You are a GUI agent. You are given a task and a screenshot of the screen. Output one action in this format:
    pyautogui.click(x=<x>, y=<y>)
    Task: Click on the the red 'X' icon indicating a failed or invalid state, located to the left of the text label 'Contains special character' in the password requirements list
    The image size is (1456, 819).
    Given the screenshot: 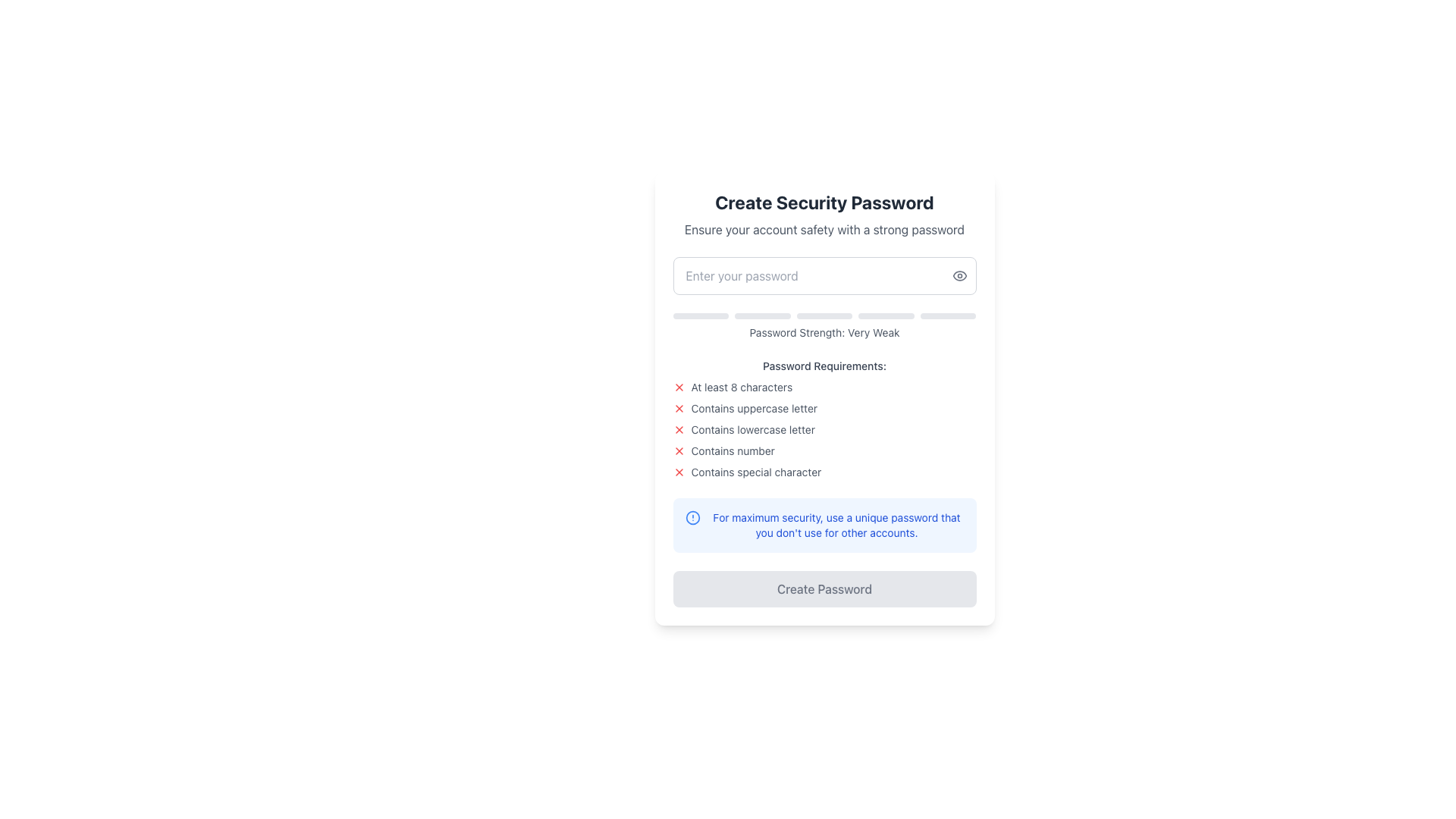 What is the action you would take?
    pyautogui.click(x=678, y=472)
    